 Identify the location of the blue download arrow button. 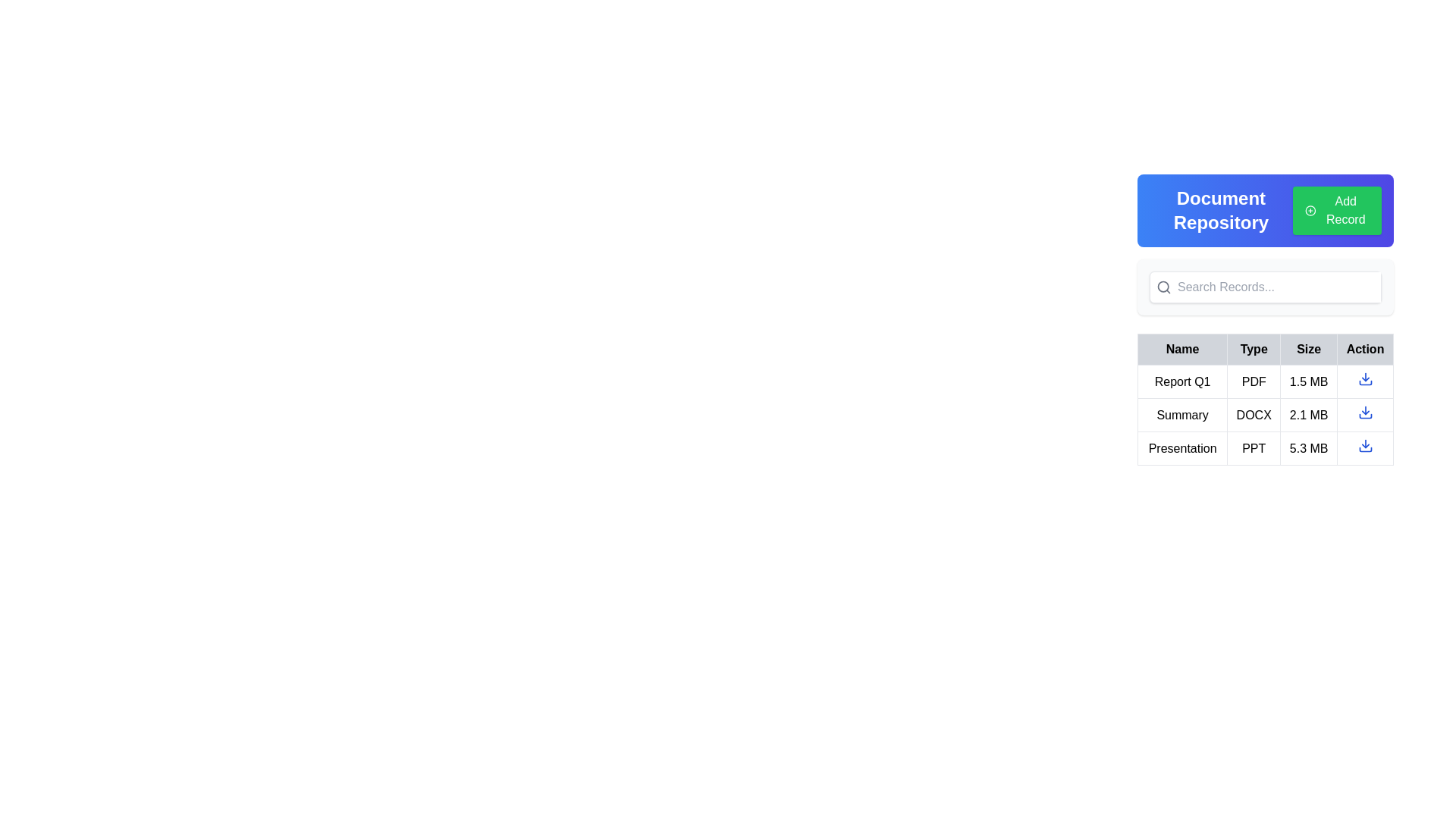
(1365, 444).